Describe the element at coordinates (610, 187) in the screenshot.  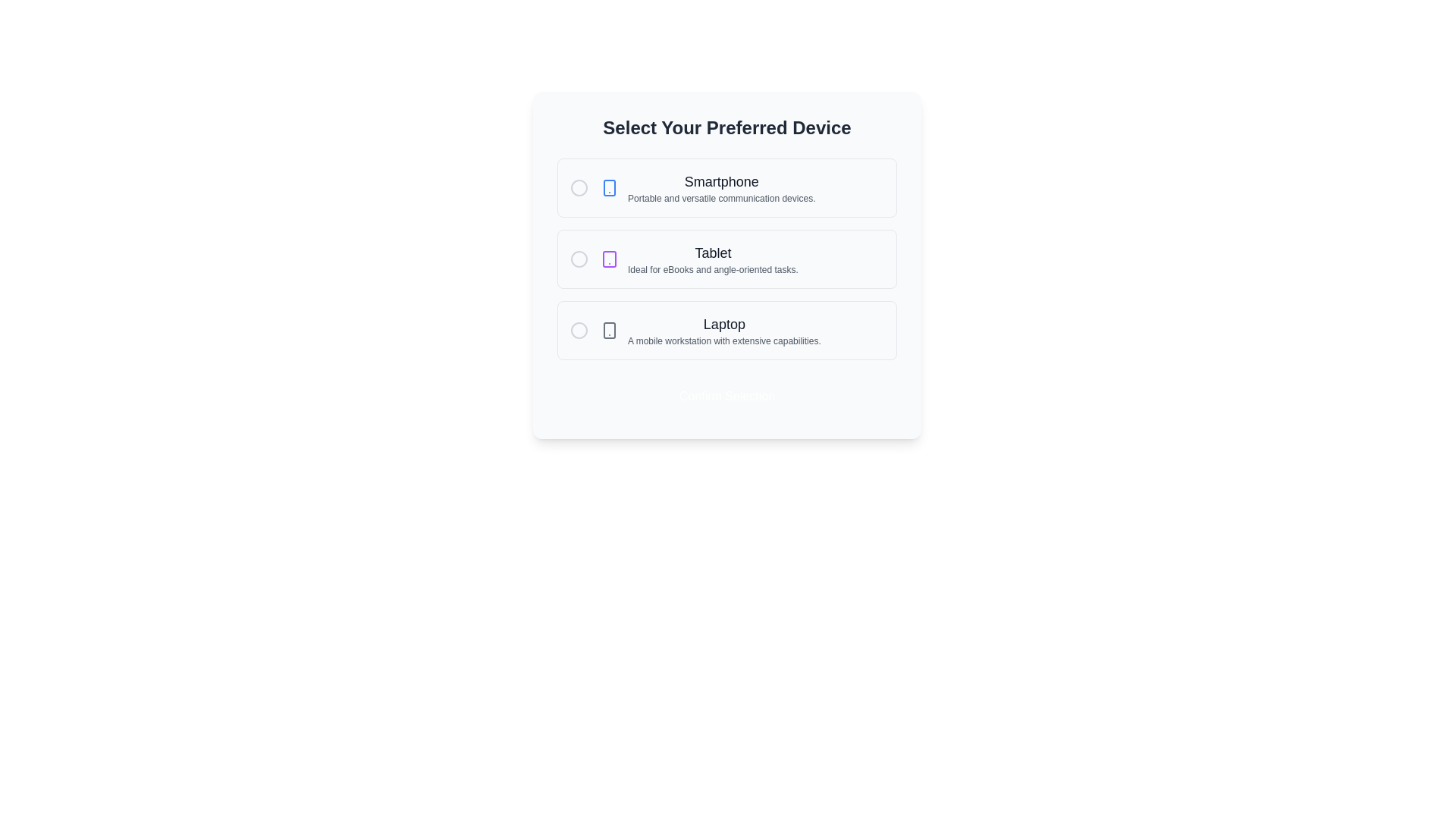
I see `the decorative smartphone icon located to the left of the 'Smartphone' text in the first row of the list` at that location.